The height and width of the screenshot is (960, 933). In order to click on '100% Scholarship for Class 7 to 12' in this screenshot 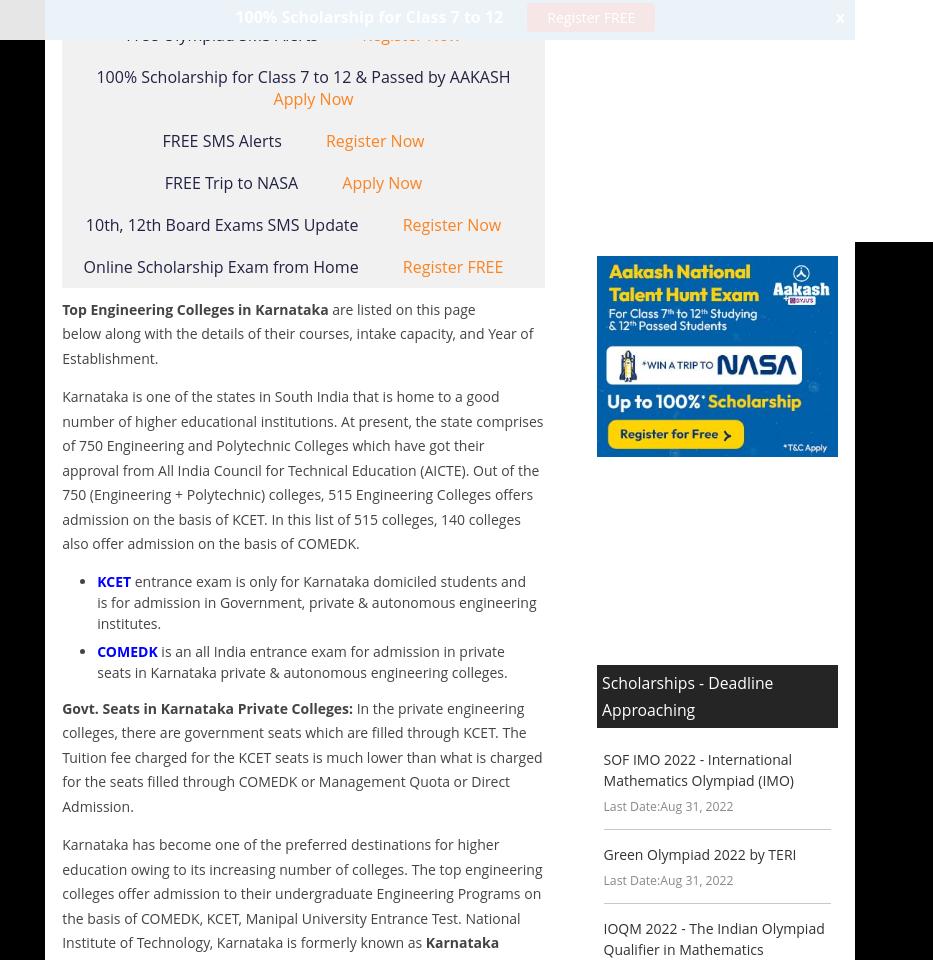, I will do `click(370, 15)`.